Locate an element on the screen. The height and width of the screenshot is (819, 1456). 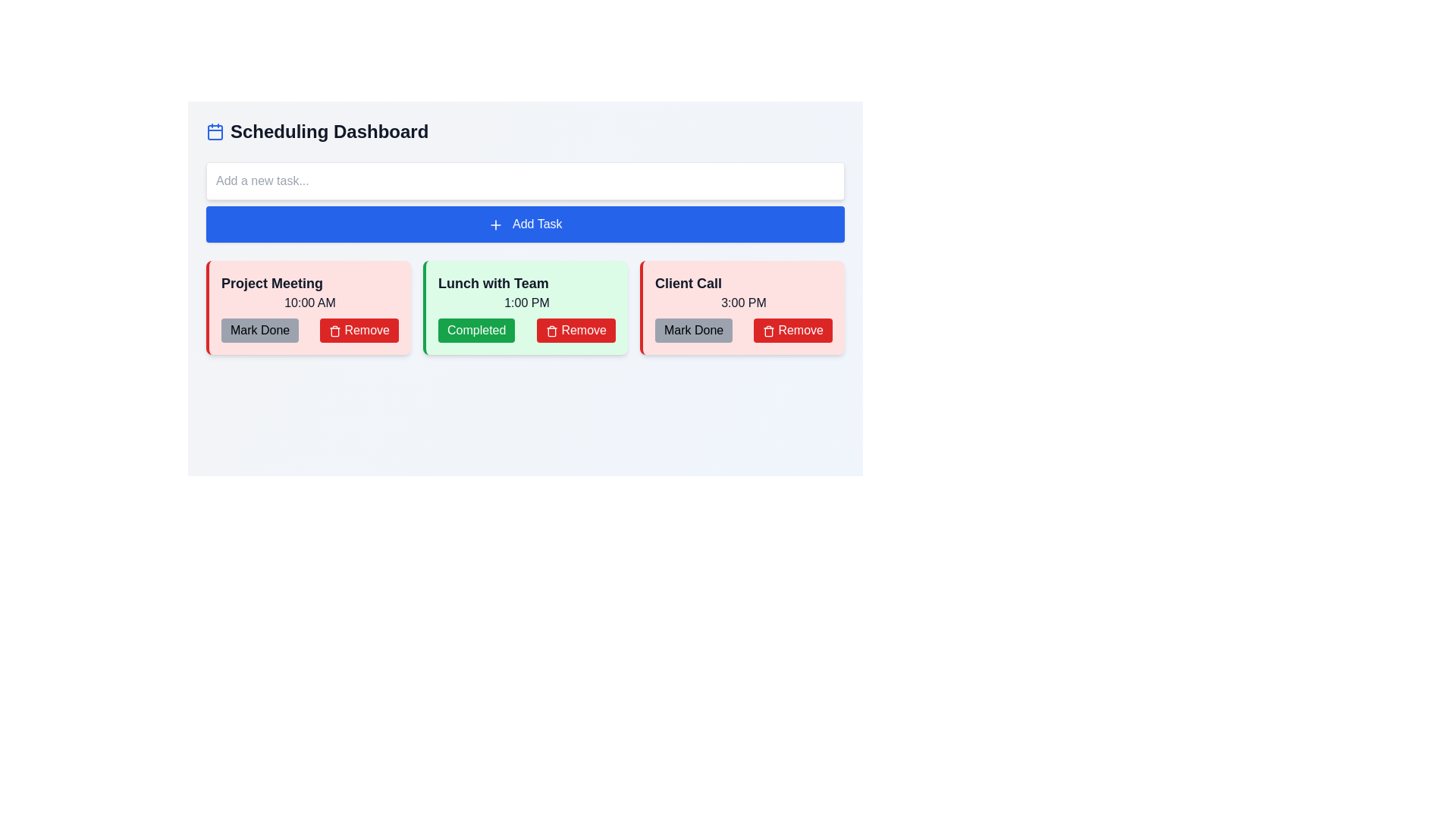
the 'Remove' button with a red background and a trash icon, located in the bottom-right corner of the 'Client Call' task card is located at coordinates (792, 329).